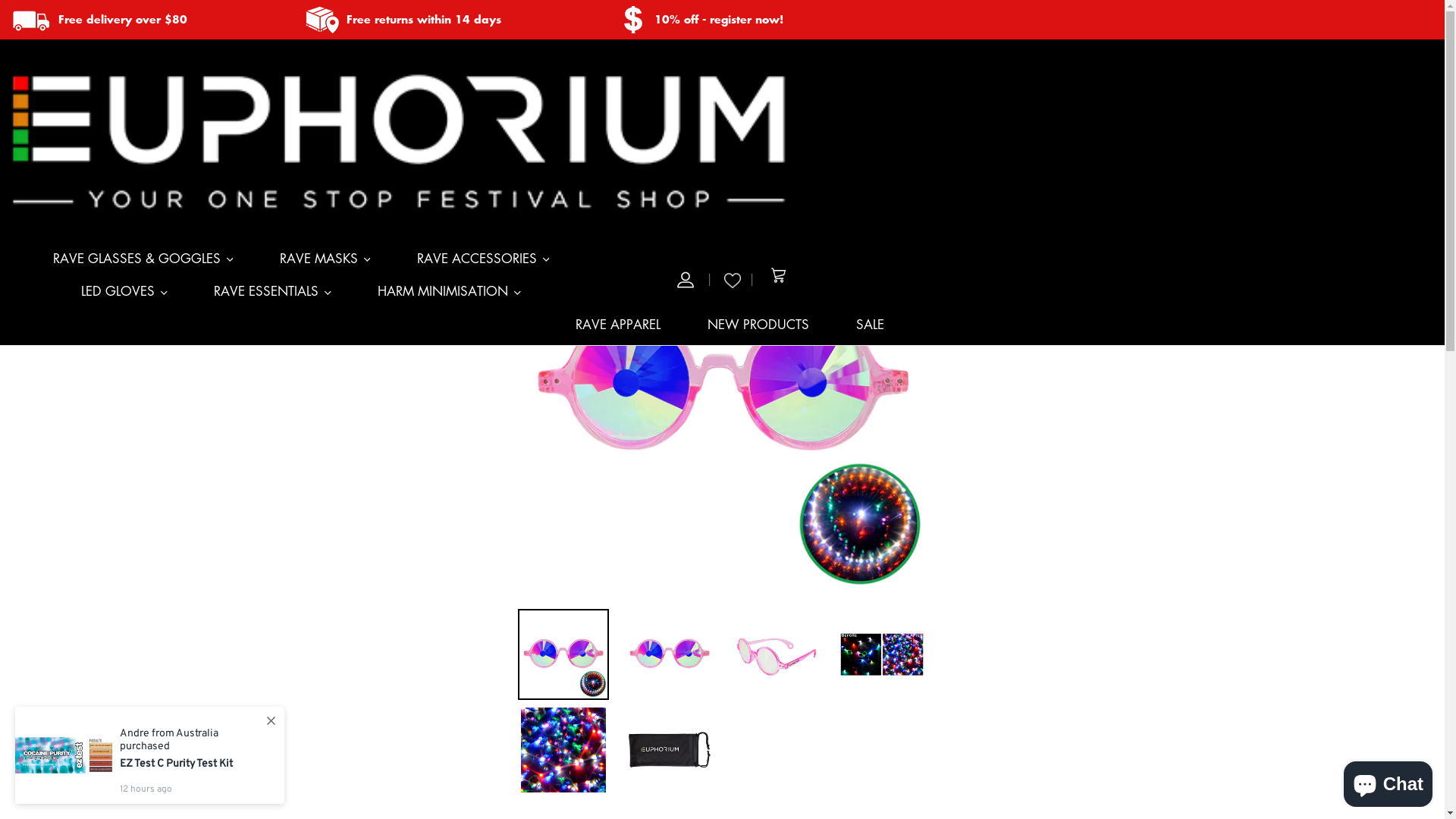 Image resolution: width=1456 pixels, height=819 pixels. Describe the element at coordinates (855, 328) in the screenshot. I see `'SALE'` at that location.